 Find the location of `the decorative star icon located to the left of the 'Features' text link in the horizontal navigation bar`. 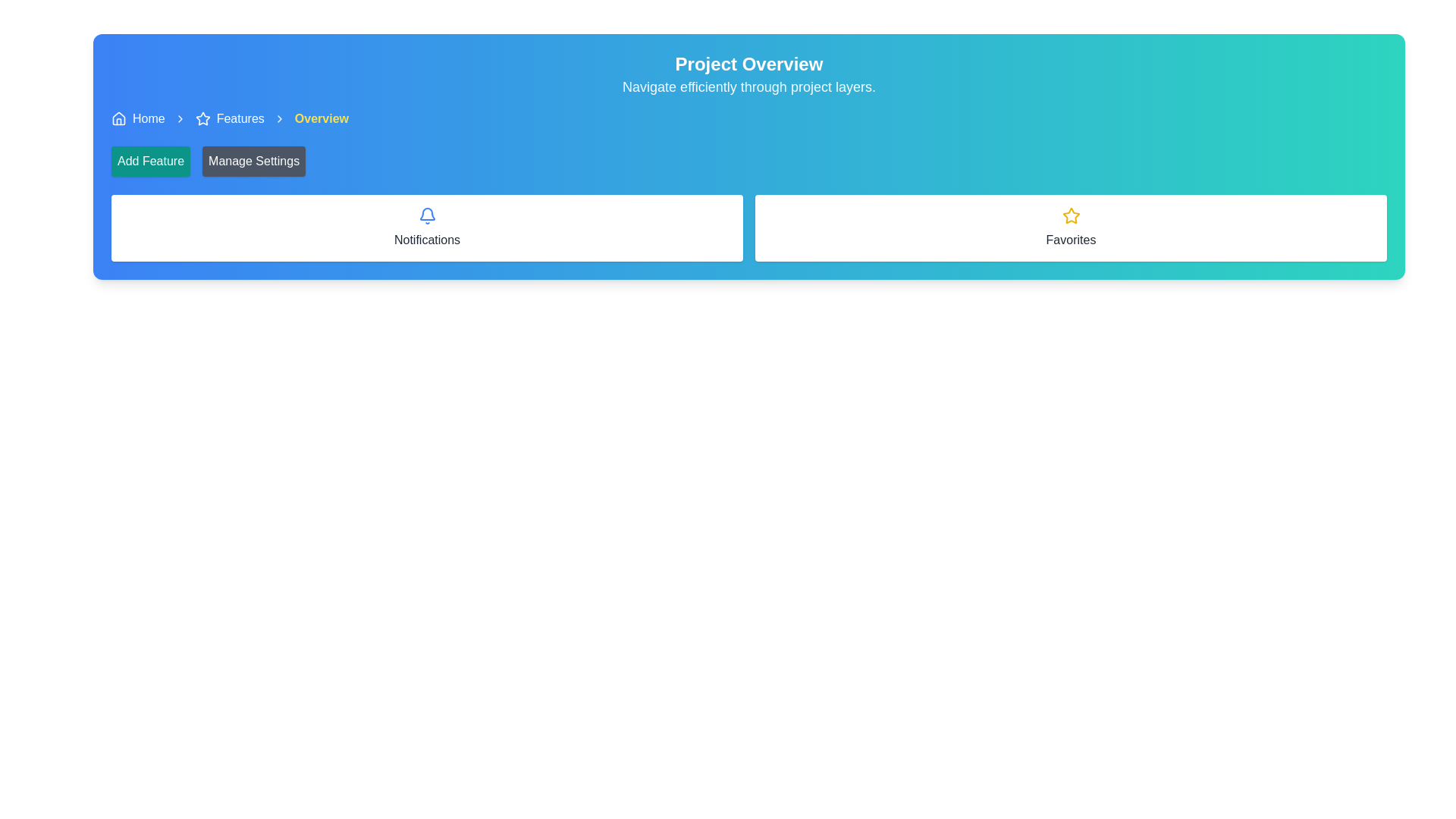

the decorative star icon located to the left of the 'Features' text link in the horizontal navigation bar is located at coordinates (202, 118).